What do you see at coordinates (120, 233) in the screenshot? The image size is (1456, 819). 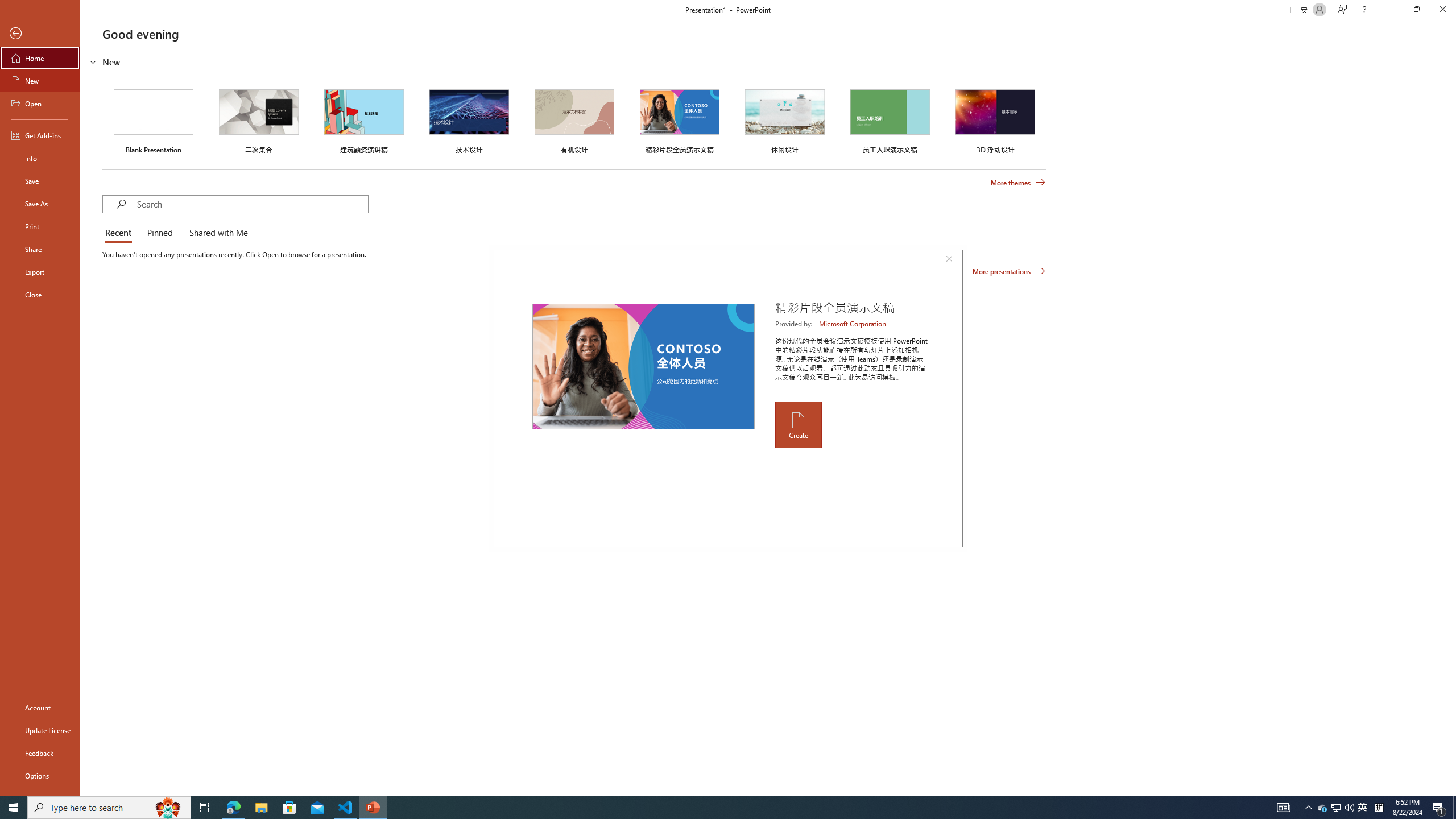 I see `'Recent'` at bounding box center [120, 233].